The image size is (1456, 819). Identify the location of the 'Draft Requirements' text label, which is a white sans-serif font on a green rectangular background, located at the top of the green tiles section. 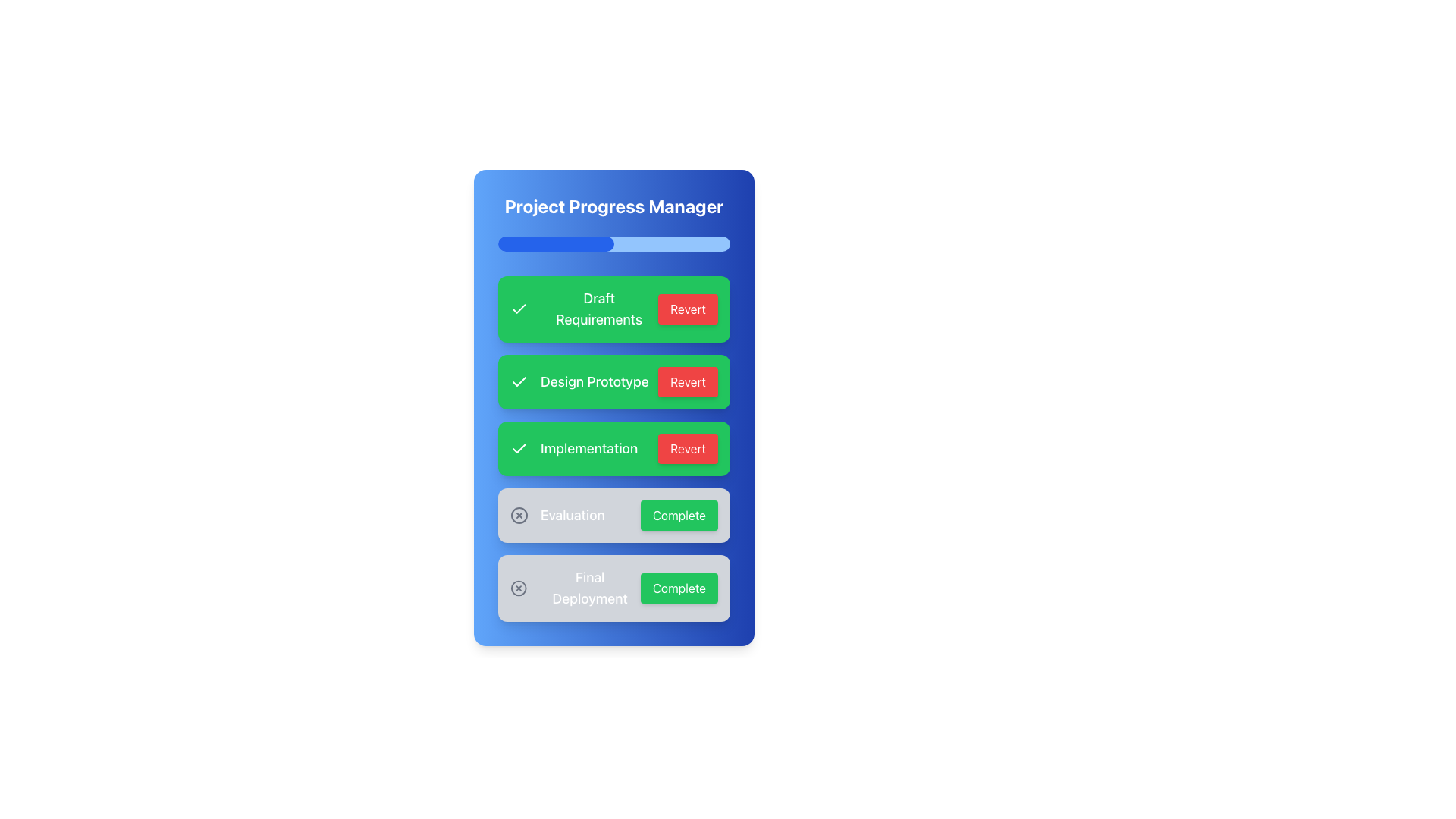
(583, 309).